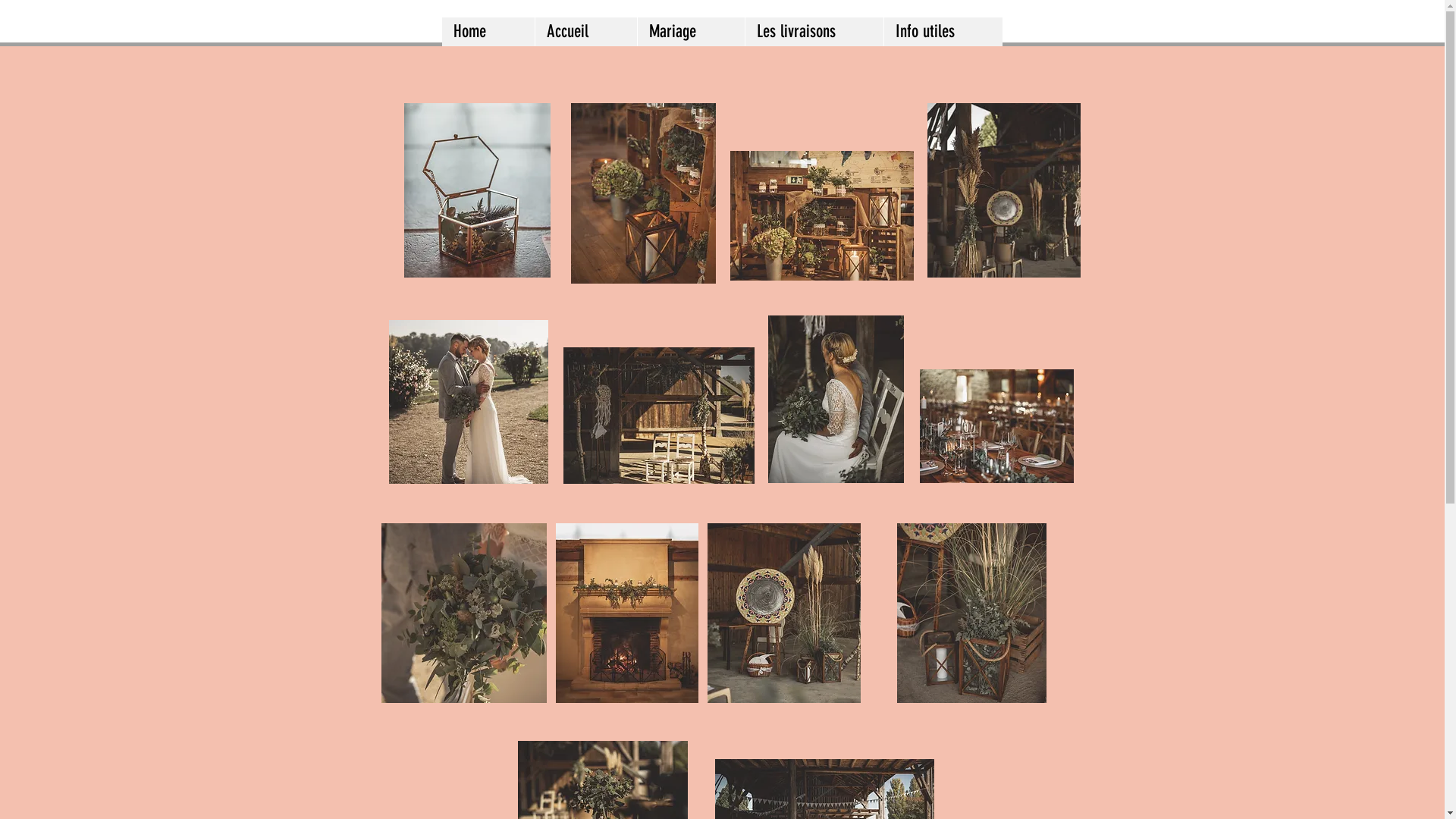  Describe the element at coordinates (488, 32) in the screenshot. I see `'Home'` at that location.